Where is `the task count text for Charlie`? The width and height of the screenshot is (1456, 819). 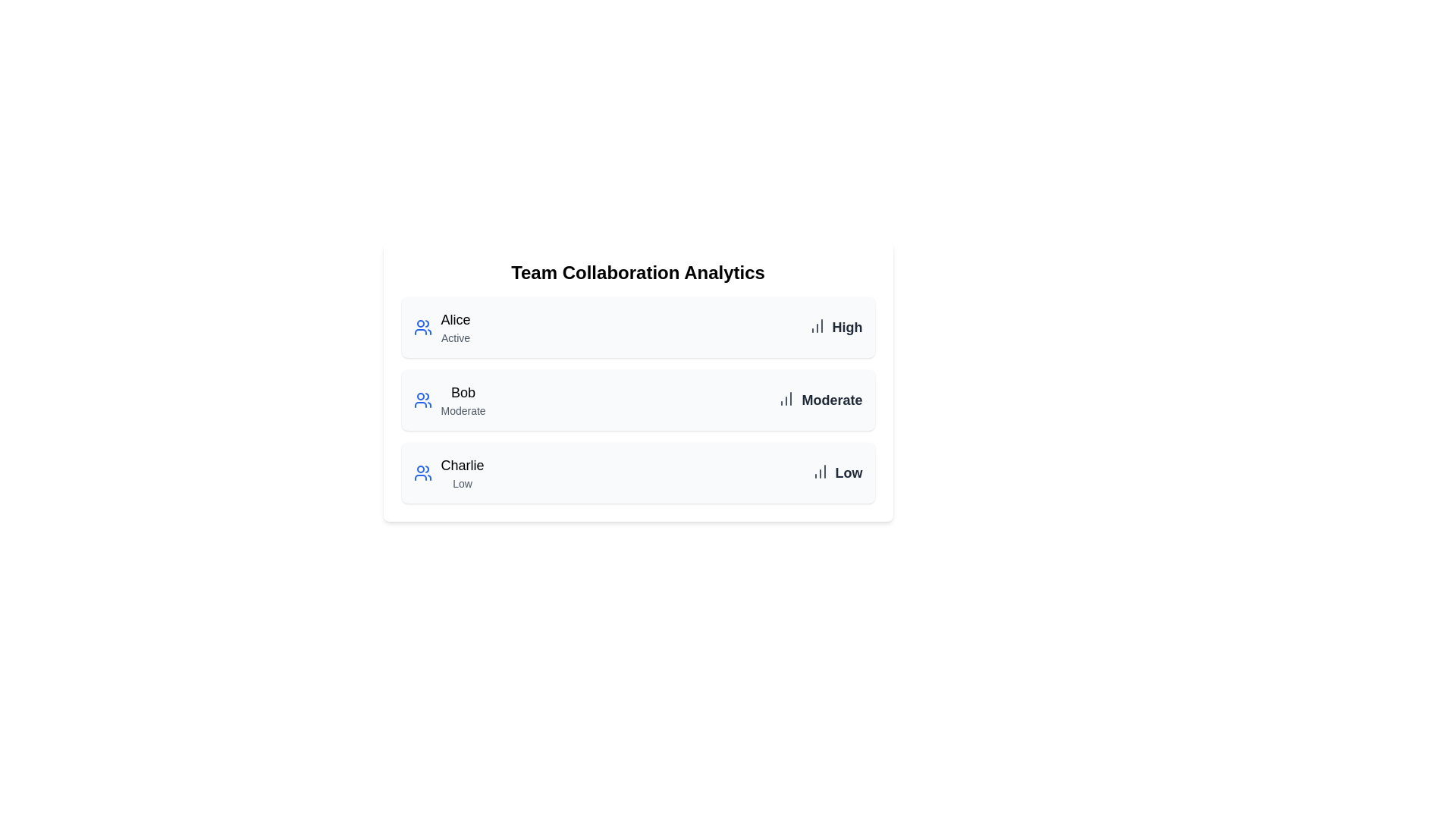 the task count text for Charlie is located at coordinates (848, 472).